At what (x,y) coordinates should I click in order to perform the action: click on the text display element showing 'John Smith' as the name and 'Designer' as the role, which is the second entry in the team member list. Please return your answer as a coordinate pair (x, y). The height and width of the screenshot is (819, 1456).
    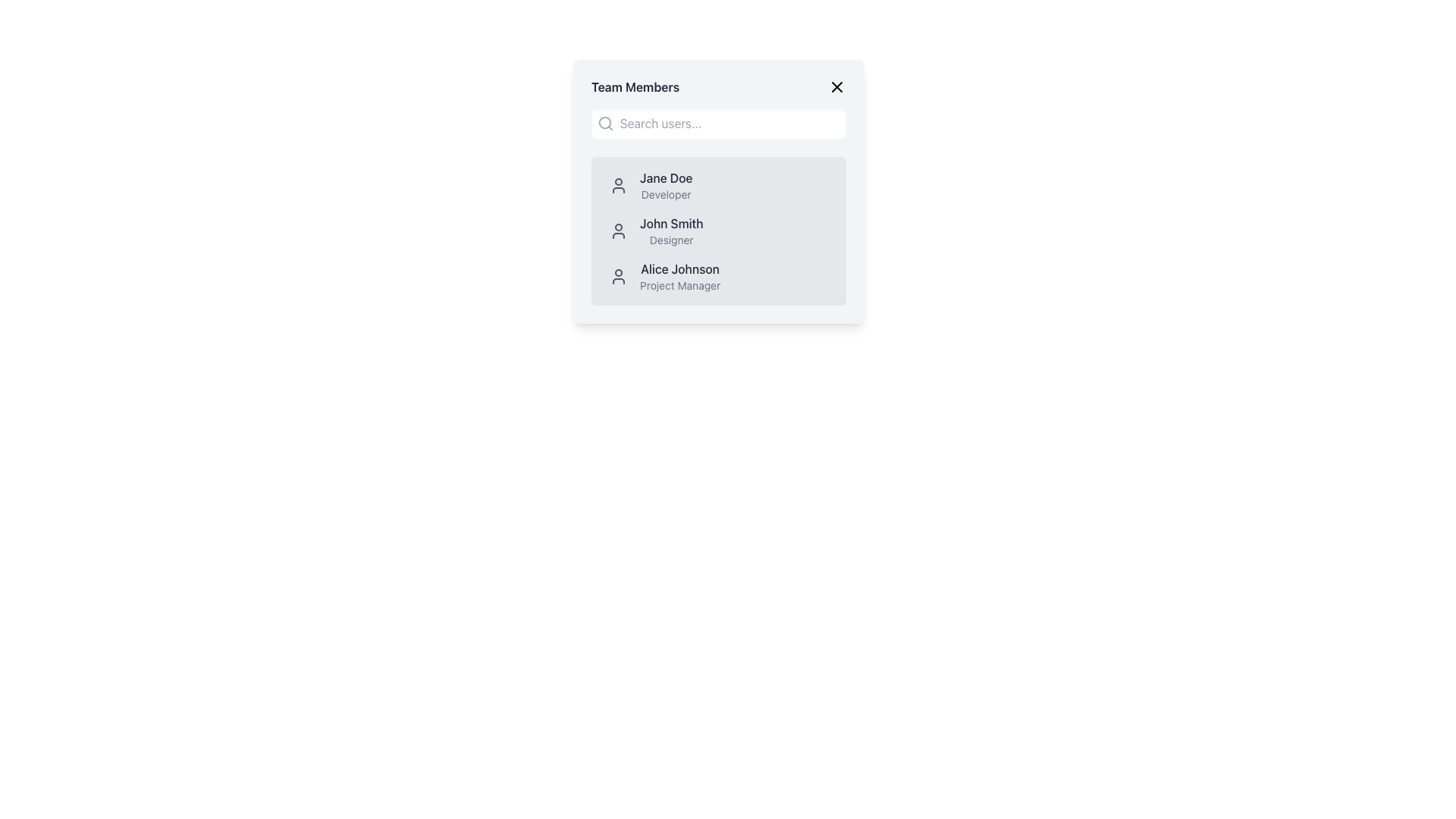
    Looking at the image, I should click on (670, 231).